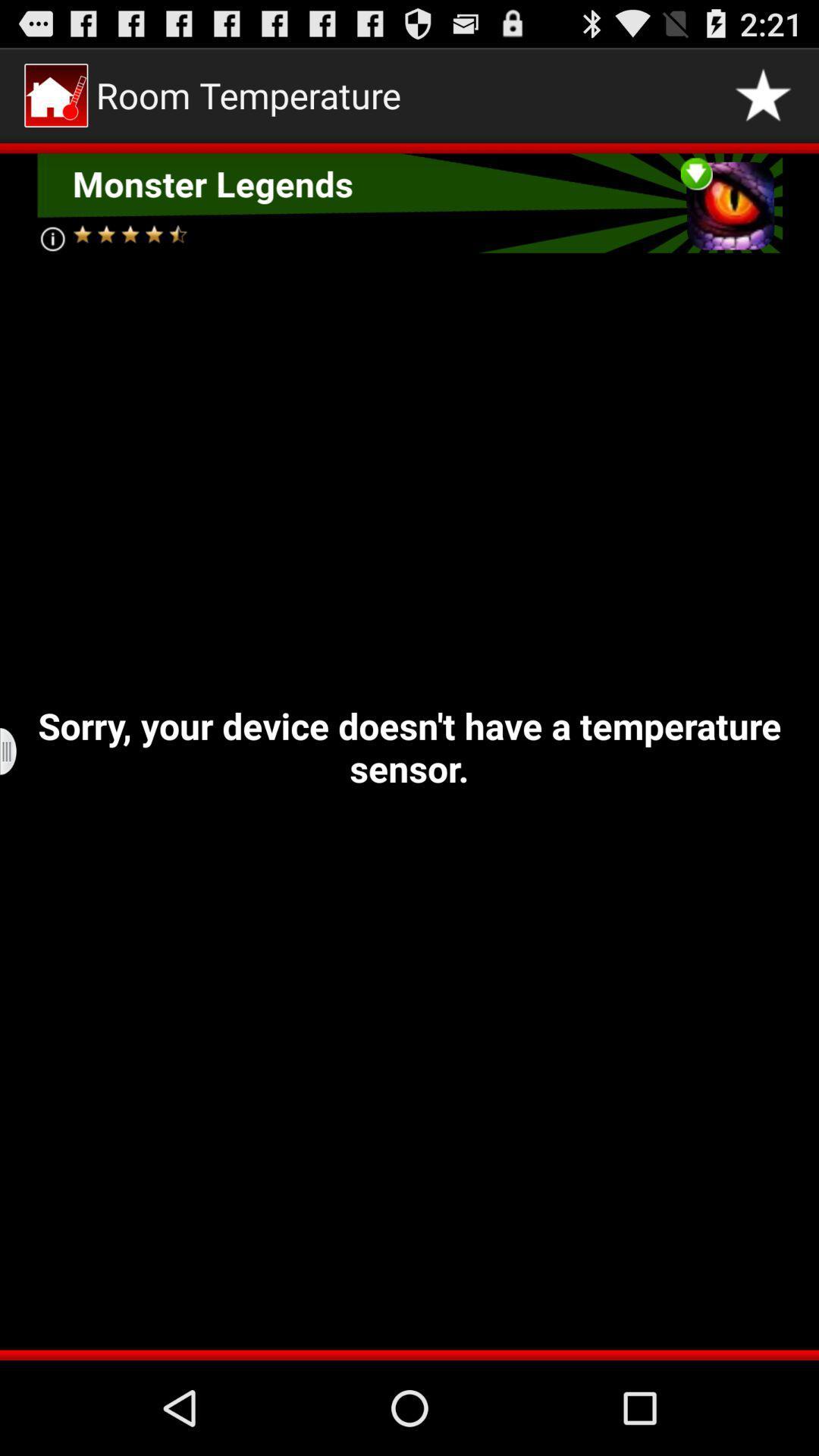 This screenshot has height=1456, width=819. Describe the element at coordinates (17, 803) in the screenshot. I see `the menu icon` at that location.